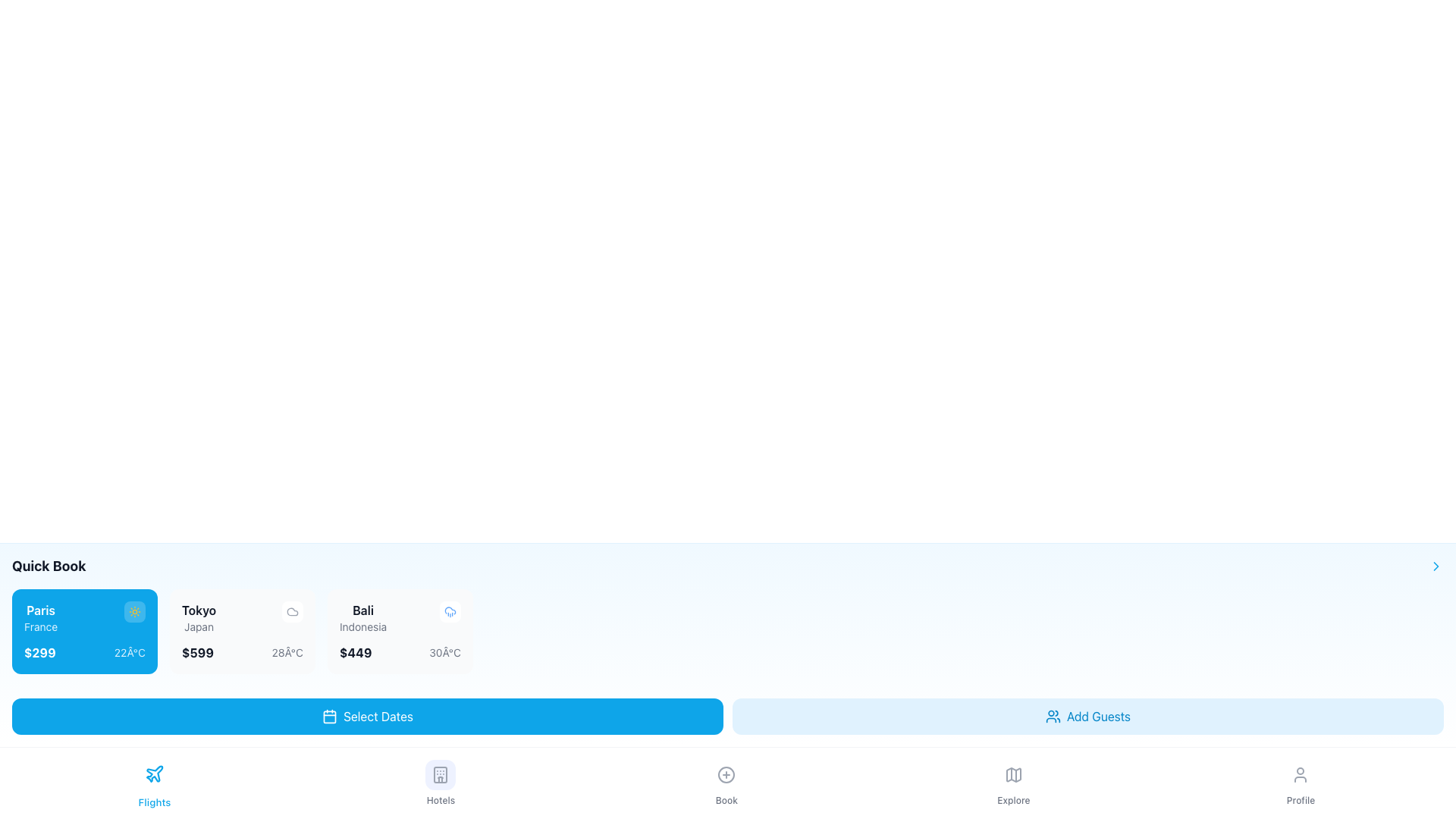 The width and height of the screenshot is (1456, 819). Describe the element at coordinates (440, 783) in the screenshot. I see `the Hotels navigation button located in the bottom navigation bar, which is the second icon from the left` at that location.